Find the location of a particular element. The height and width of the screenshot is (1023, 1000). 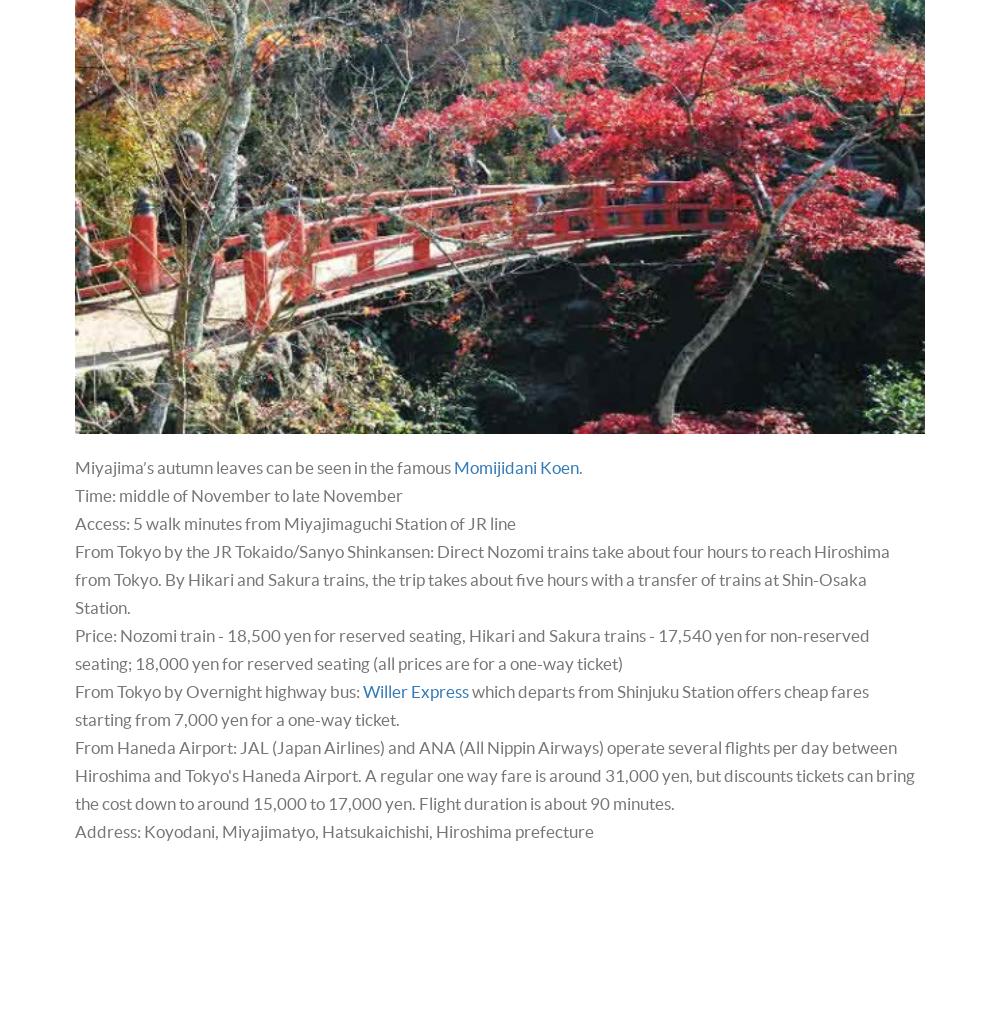

'Price: Nozomi train - 18,500 yen for reserved seating, Hikari and Sakura trains - 17,540 yen for non-reserved seating; 18,000 yen for reserved seating (all prices are for a one-way ticket)' is located at coordinates (471, 649).